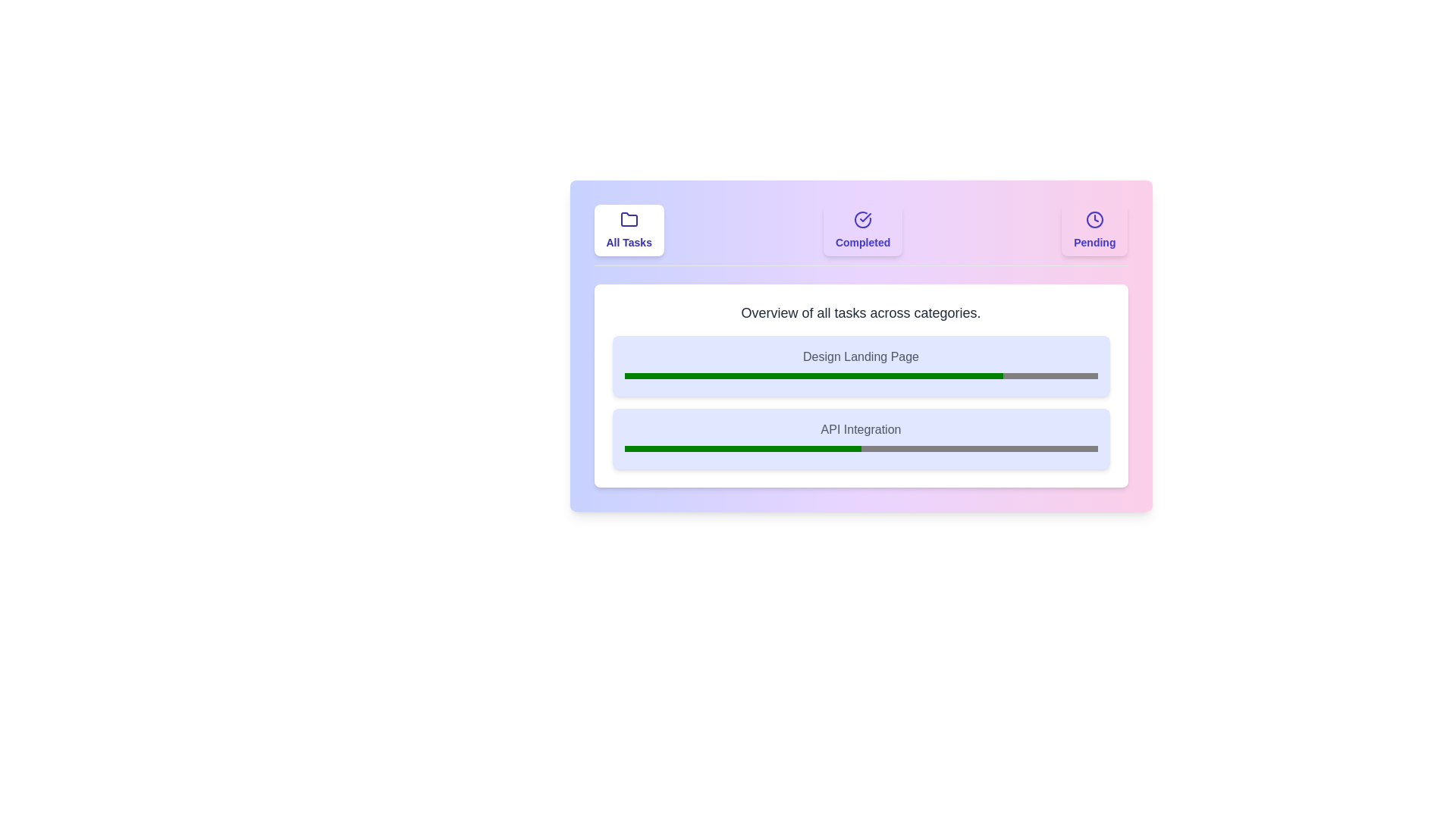  Describe the element at coordinates (865, 217) in the screenshot. I see `the checkmark icon within the SVG graphic labeled 'lucide-circle-check-big' that signifies a 'completed' status on the 'Completed' tab of the dashboard` at that location.